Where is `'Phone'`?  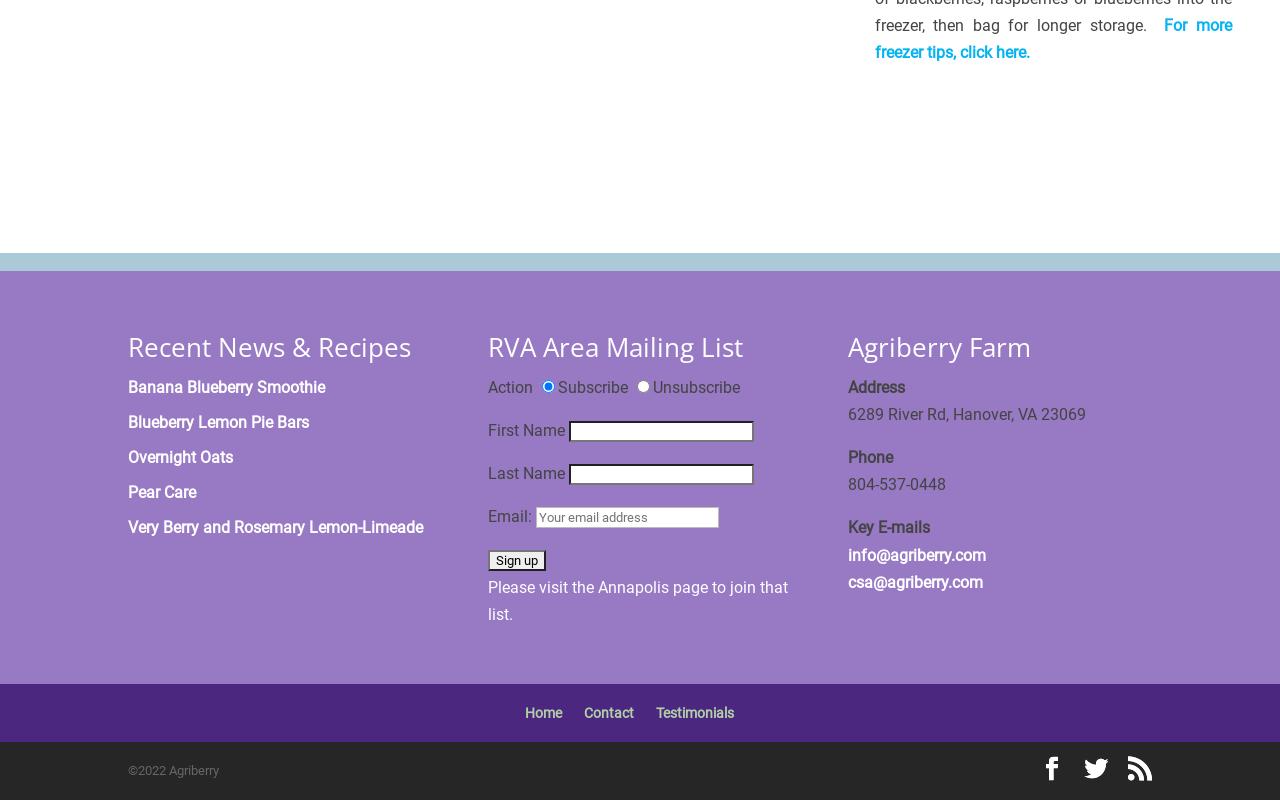 'Phone' is located at coordinates (870, 456).